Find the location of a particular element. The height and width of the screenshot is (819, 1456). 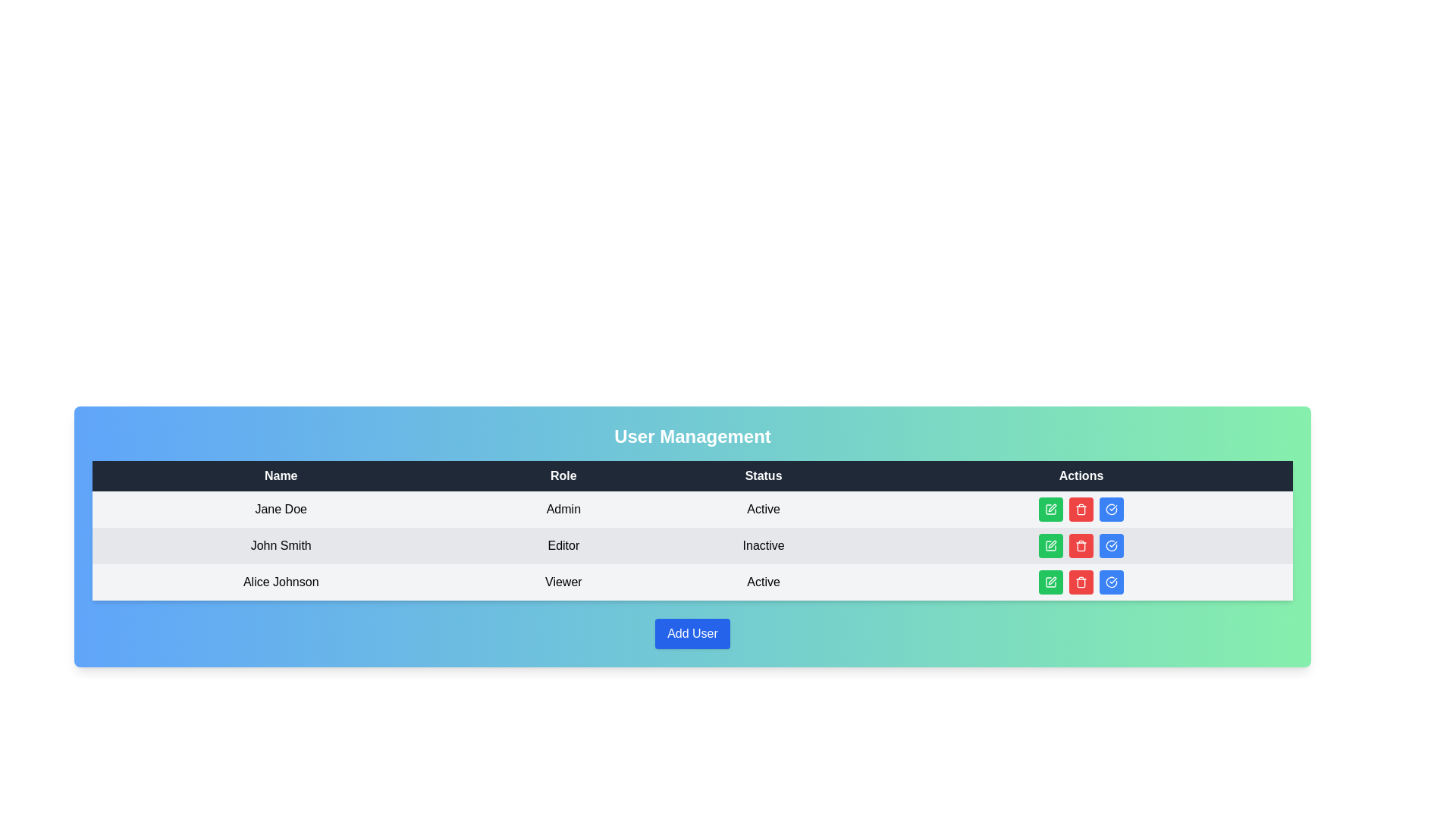

the table row representing user 'Alice Johnson' in the user management table is located at coordinates (692, 581).